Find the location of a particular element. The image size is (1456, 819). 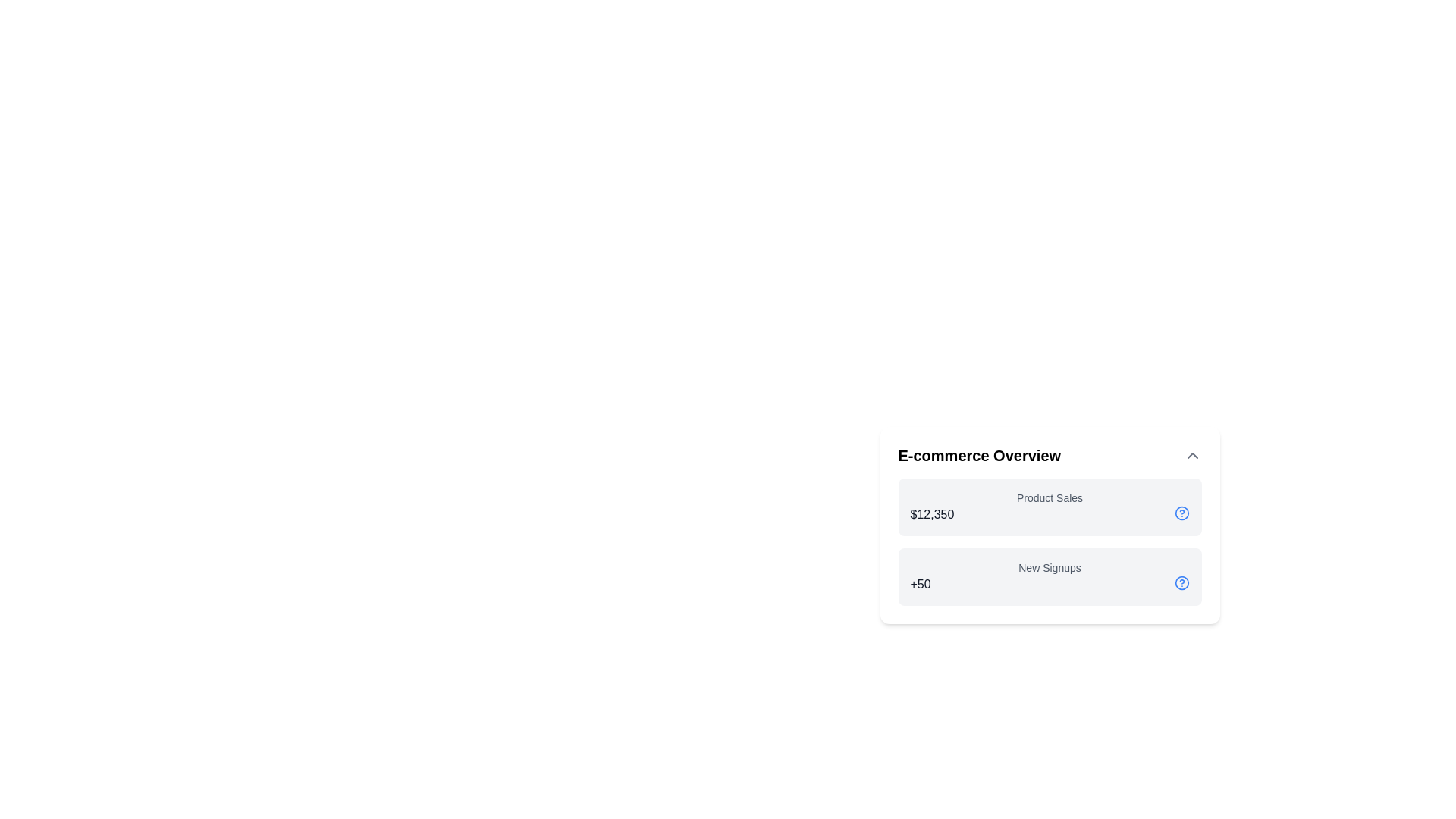

the upward-pointing chevron icon in the top-right corner of the 'E-commerce Overview' card is located at coordinates (1191, 455).